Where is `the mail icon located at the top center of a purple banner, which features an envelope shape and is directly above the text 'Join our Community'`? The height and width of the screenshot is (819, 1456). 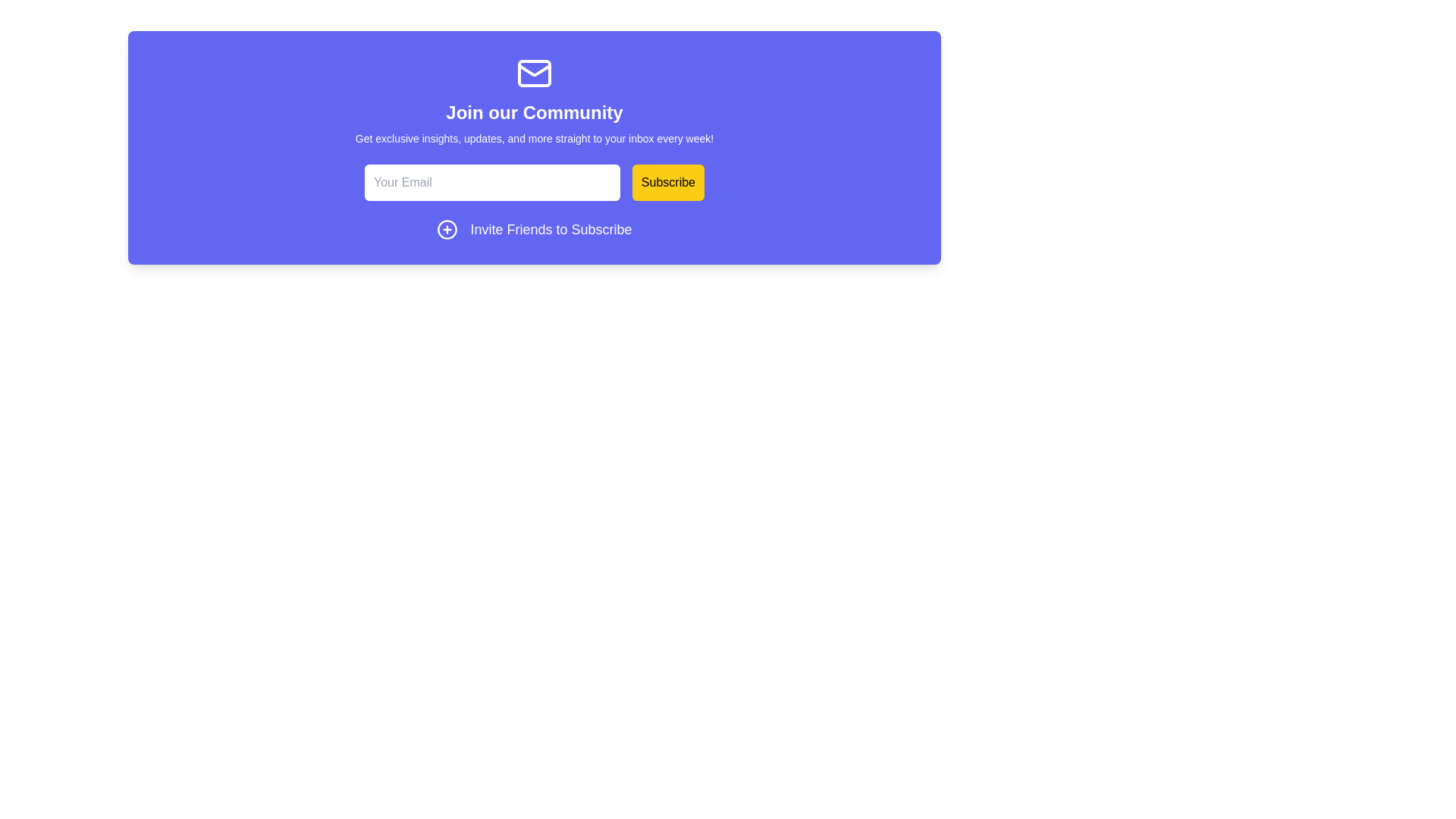
the mail icon located at the top center of a purple banner, which features an envelope shape and is directly above the text 'Join our Community' is located at coordinates (535, 73).